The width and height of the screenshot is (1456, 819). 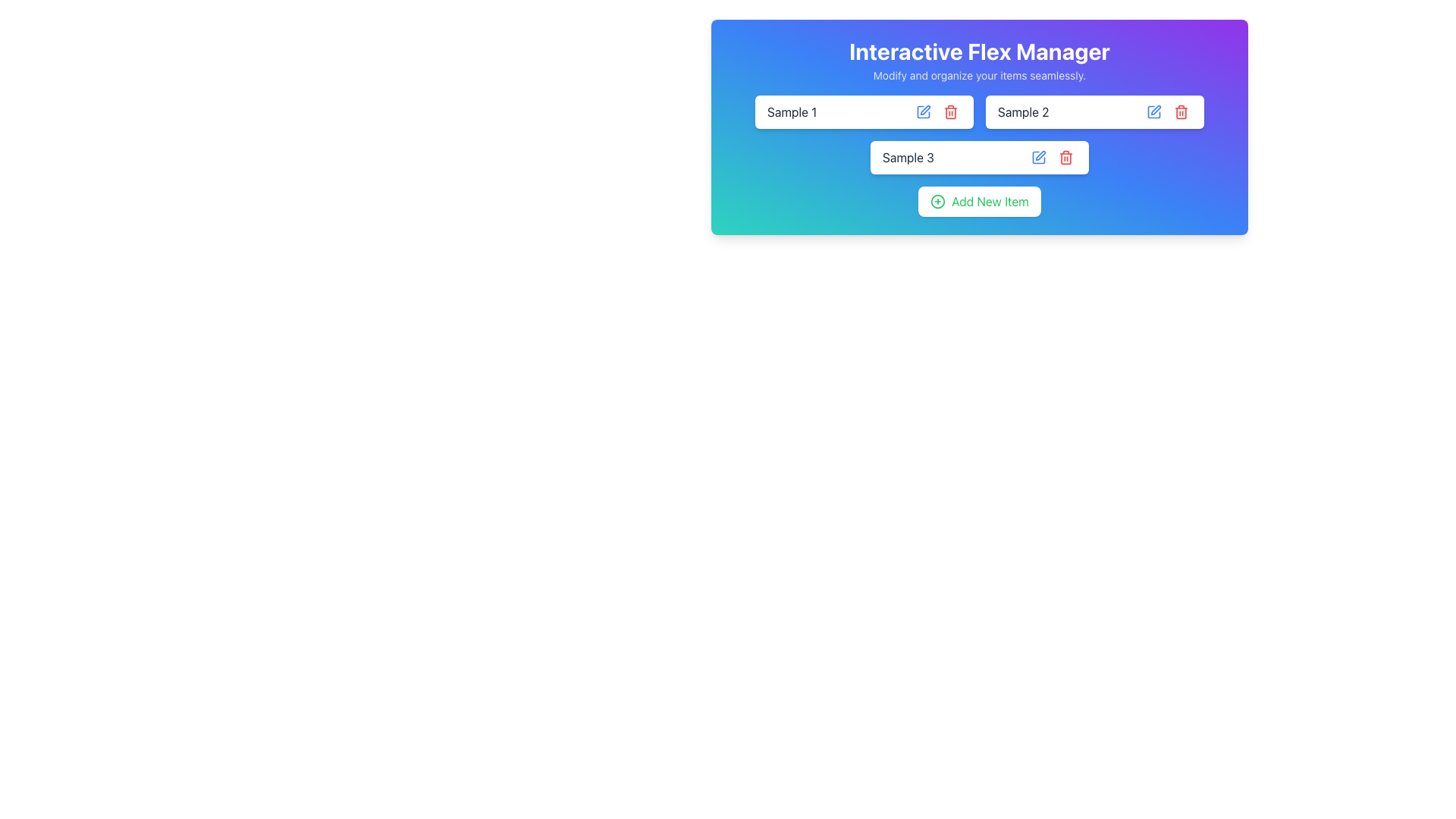 I want to click on the icon button resembling a square with a pen inside it, located to the right of the 'Sample 2' label, so click(x=1153, y=111).